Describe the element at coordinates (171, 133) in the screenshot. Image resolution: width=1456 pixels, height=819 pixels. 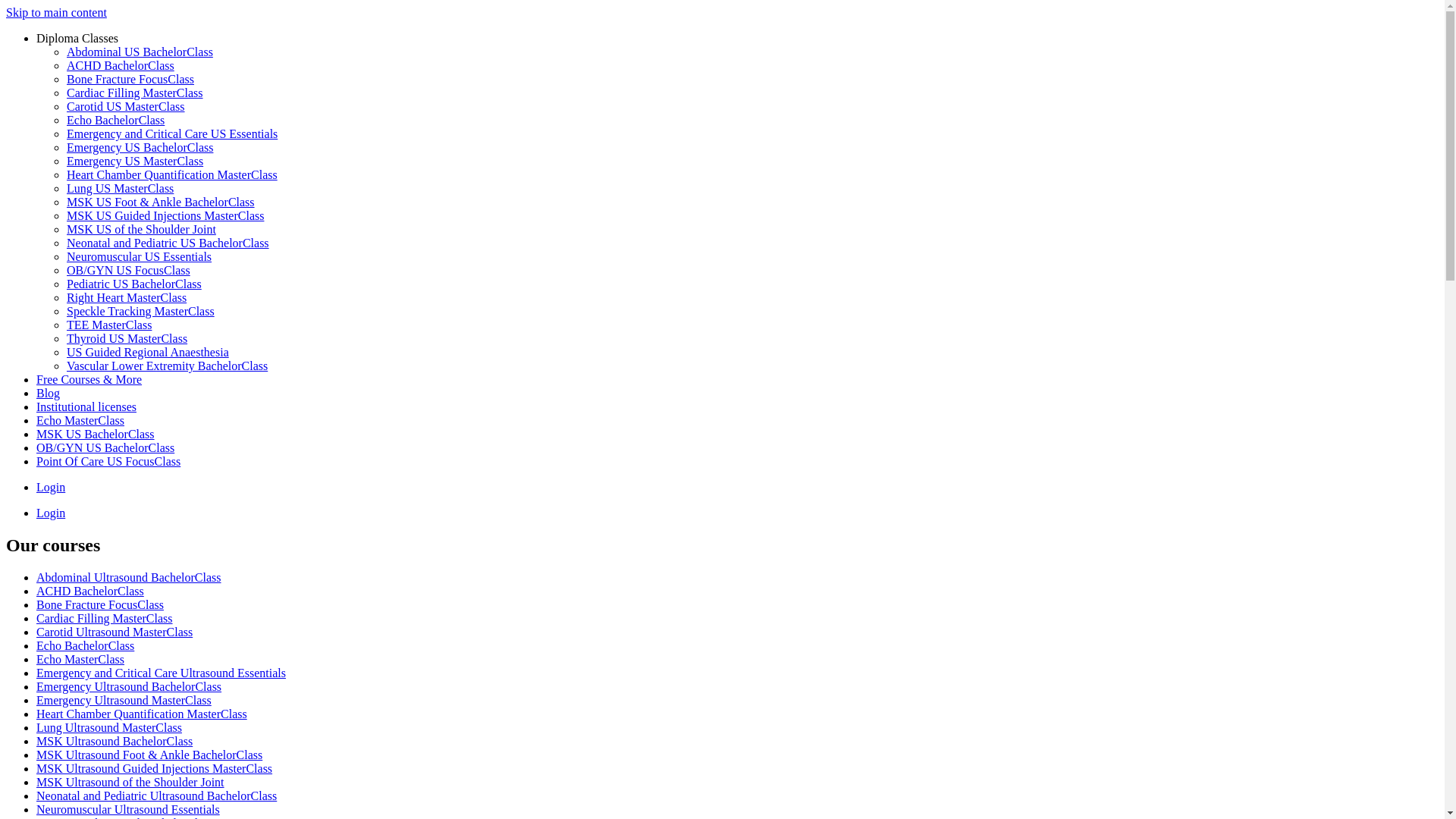
I see `'Emergency and Critical Care US Essentials'` at that location.